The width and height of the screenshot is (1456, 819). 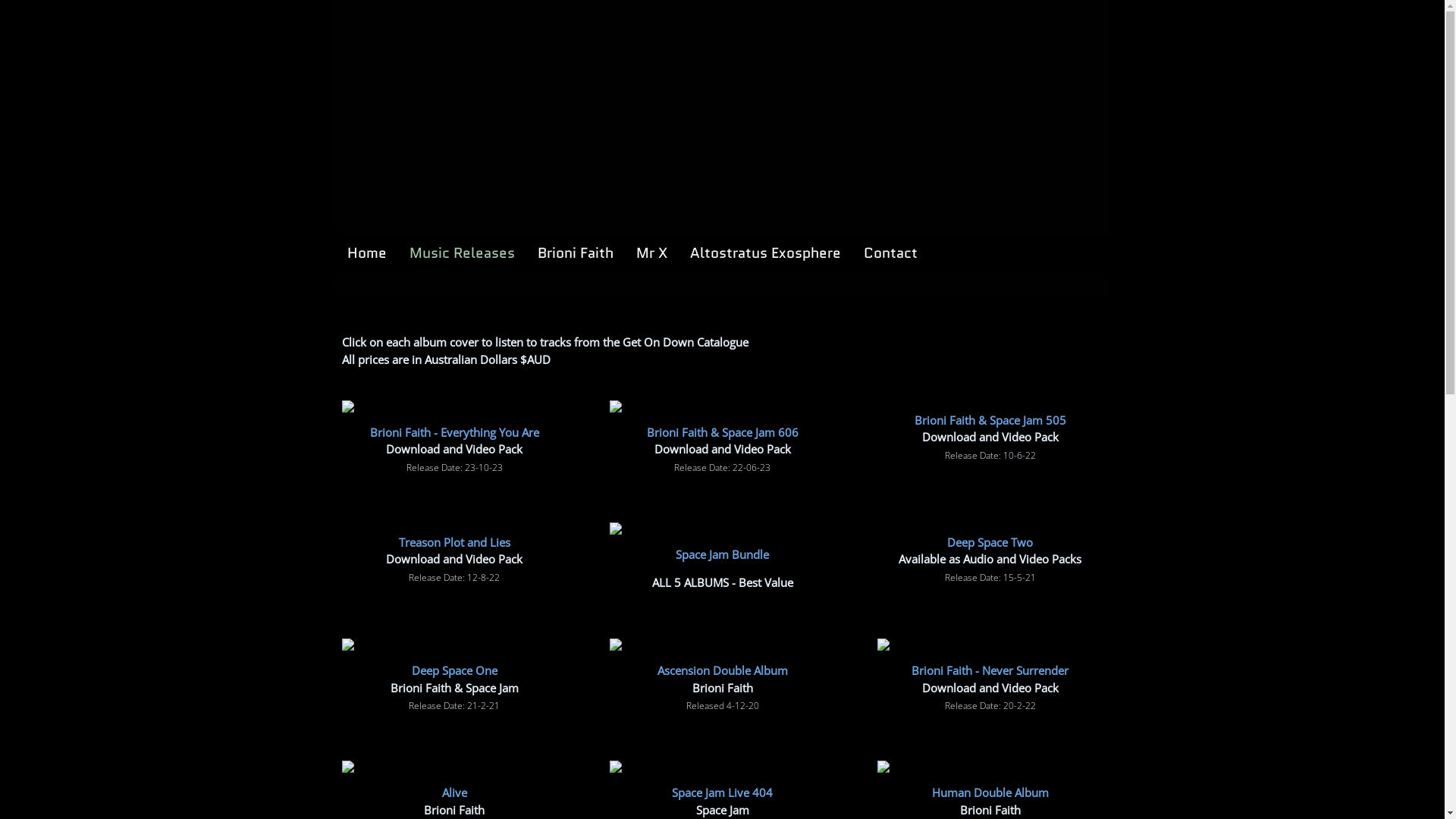 What do you see at coordinates (574, 253) in the screenshot?
I see `'Brioni Faith'` at bounding box center [574, 253].